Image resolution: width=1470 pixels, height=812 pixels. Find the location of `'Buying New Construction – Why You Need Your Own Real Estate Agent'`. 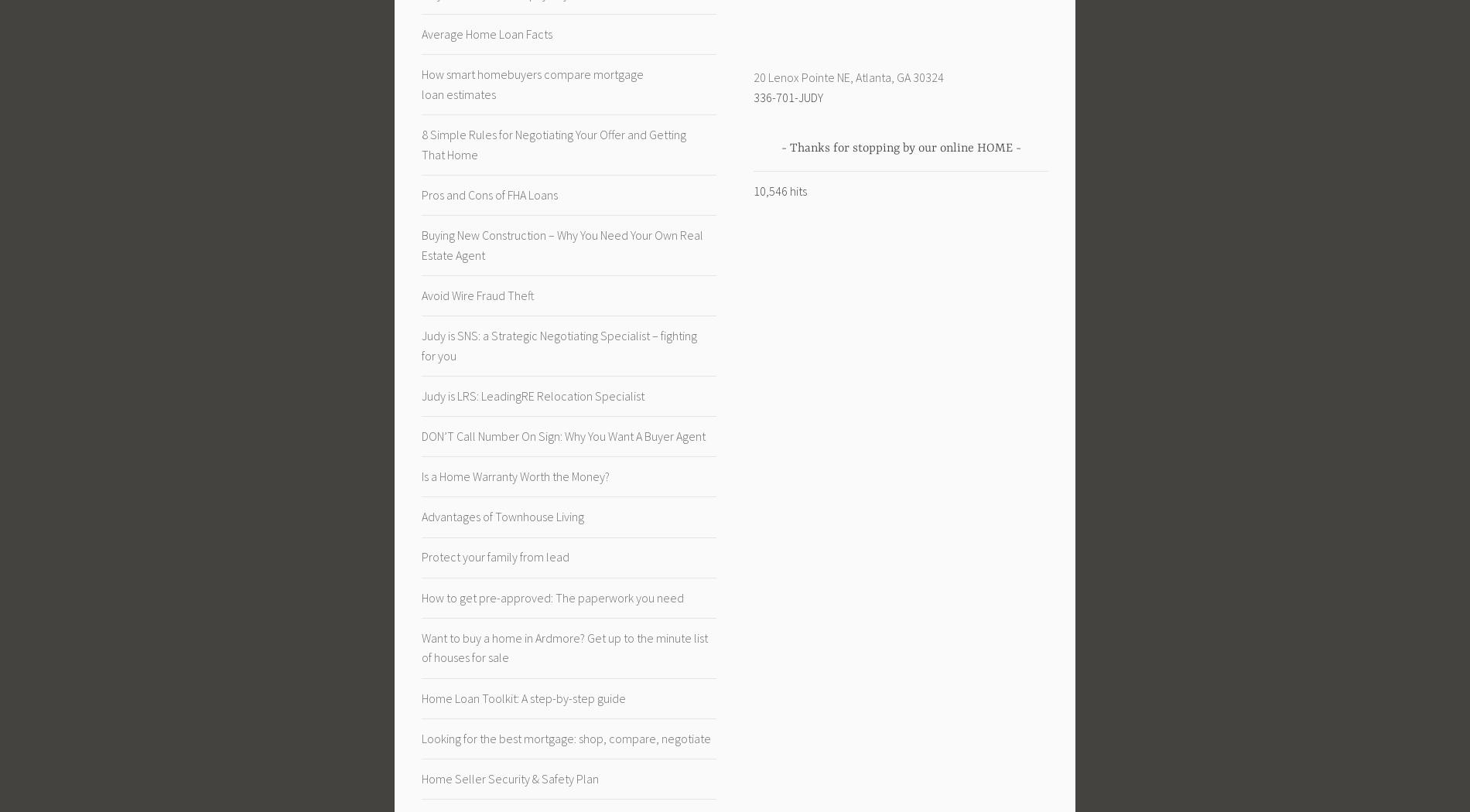

'Buying New Construction – Why You Need Your Own Real Estate Agent' is located at coordinates (561, 244).